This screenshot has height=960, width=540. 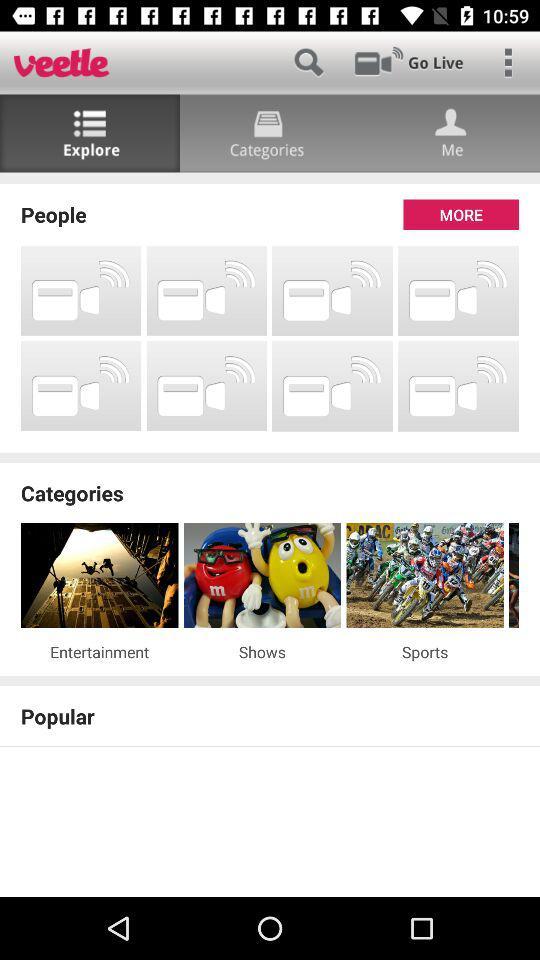 What do you see at coordinates (270, 214) in the screenshot?
I see `the people icon` at bounding box center [270, 214].